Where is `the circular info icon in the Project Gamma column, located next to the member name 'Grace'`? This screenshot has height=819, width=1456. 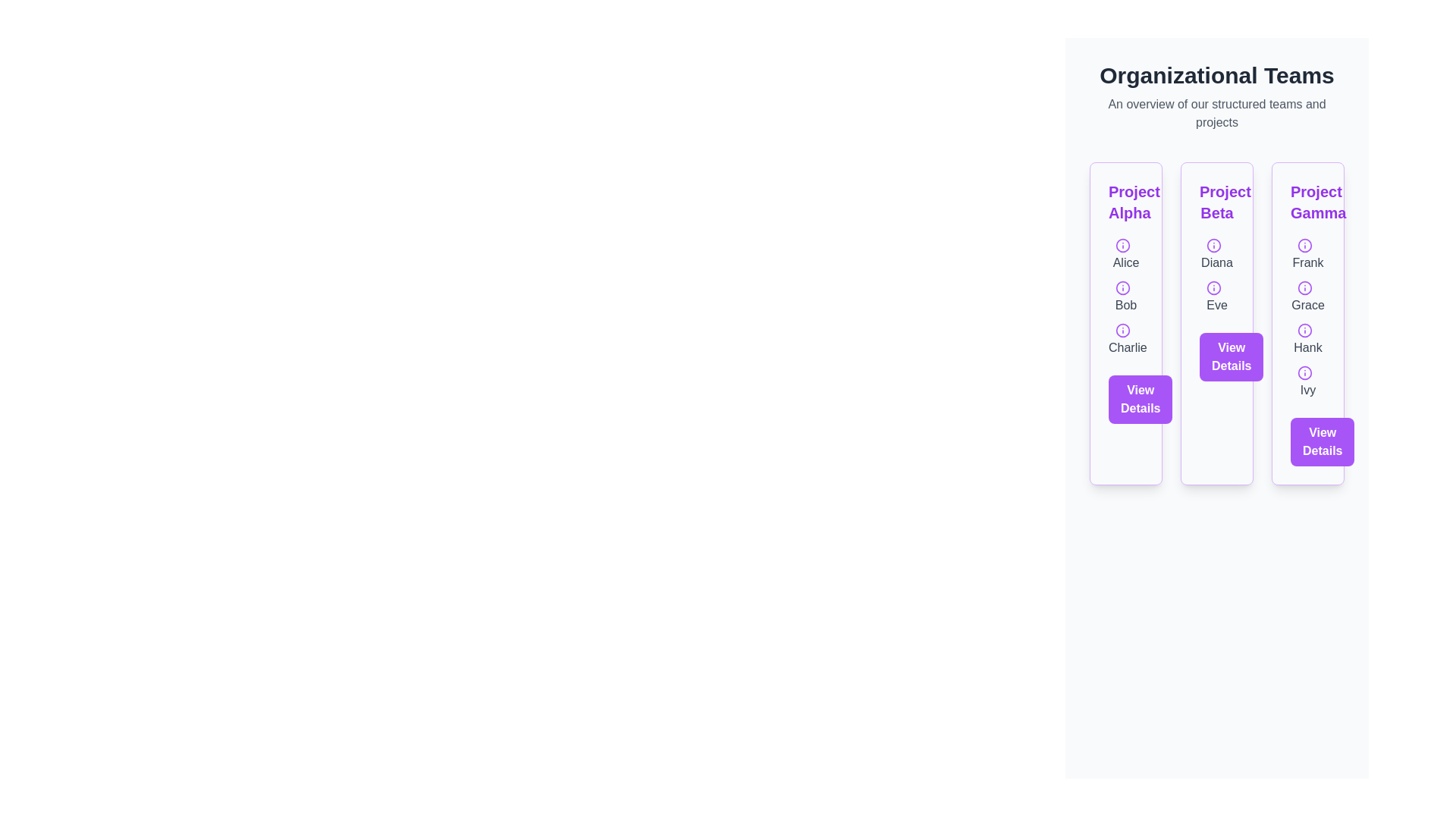 the circular info icon in the Project Gamma column, located next to the member name 'Grace' is located at coordinates (1304, 287).